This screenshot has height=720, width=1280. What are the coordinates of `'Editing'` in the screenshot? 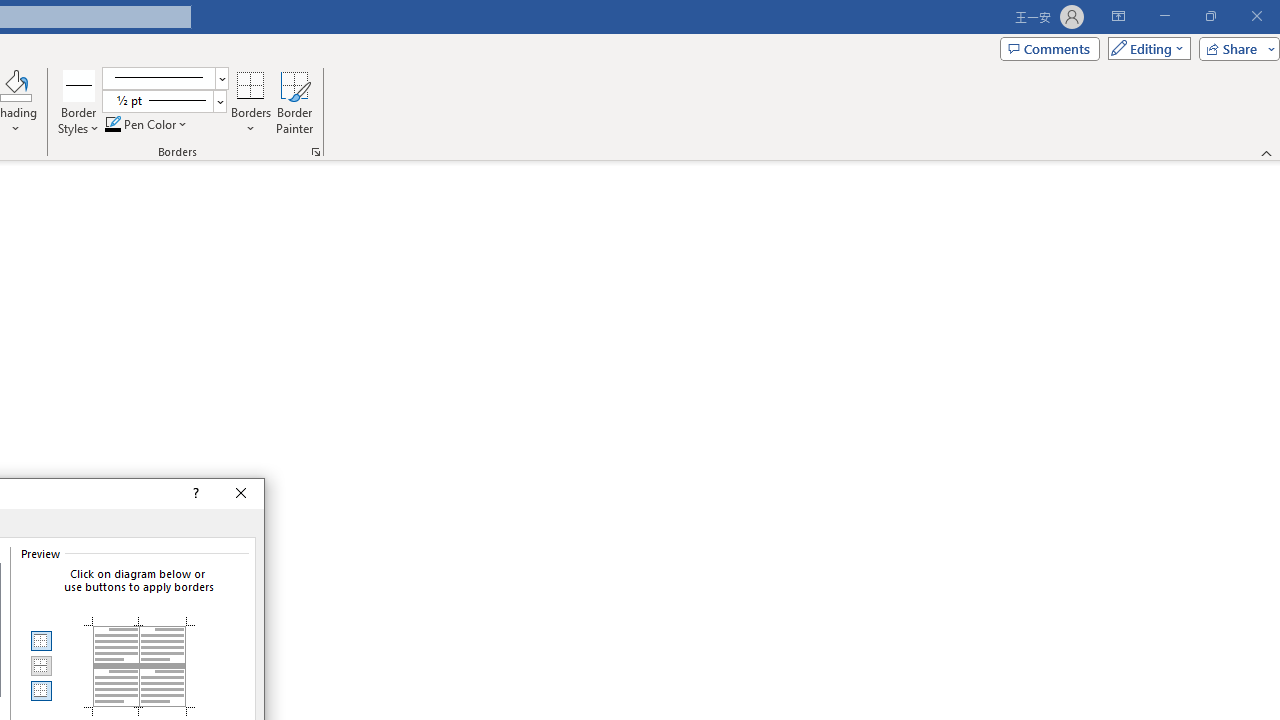 It's located at (1144, 47).